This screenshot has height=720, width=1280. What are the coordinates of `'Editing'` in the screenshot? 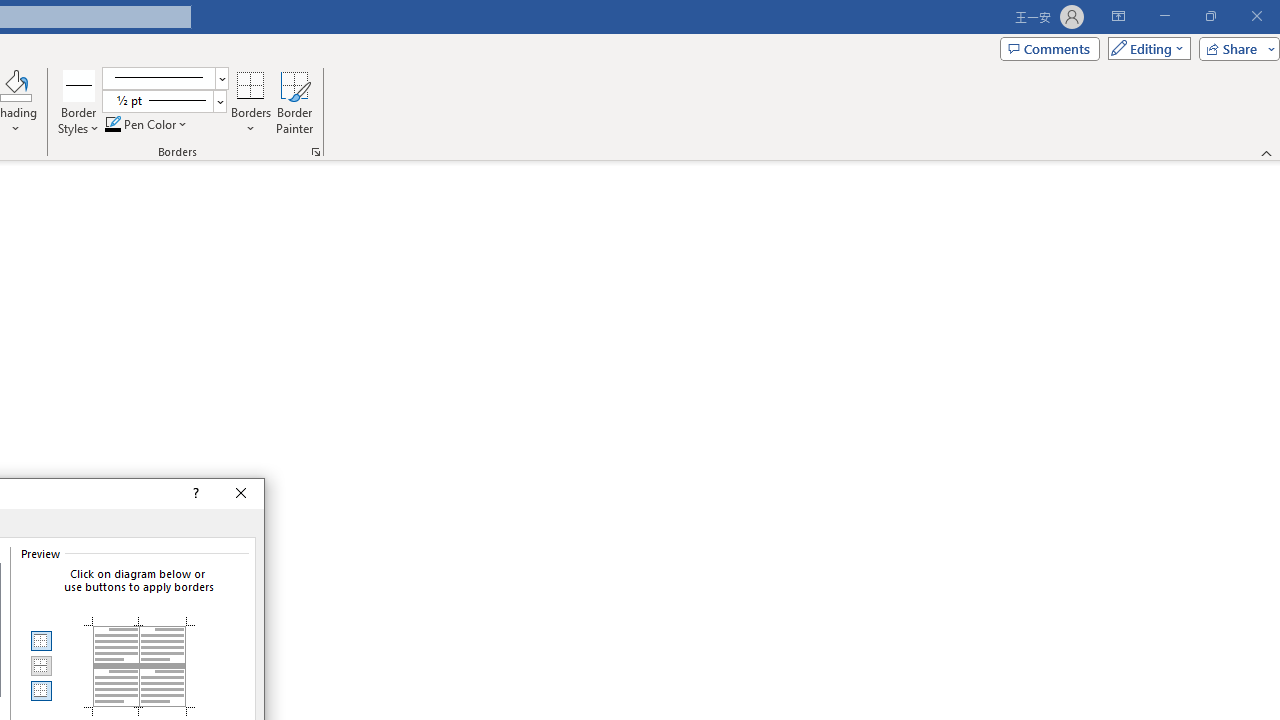 It's located at (1144, 47).